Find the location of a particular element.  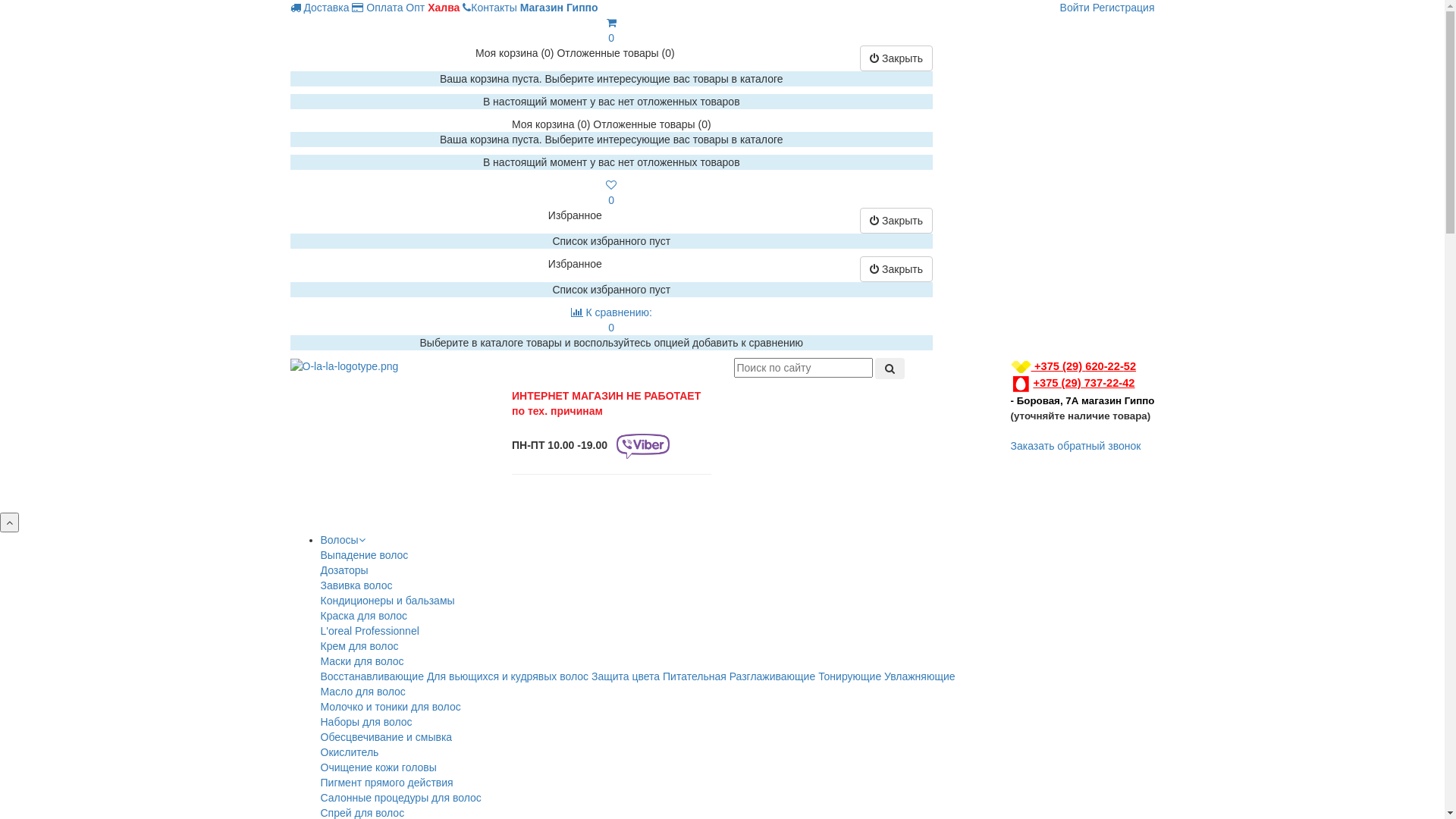

'L'oreal Professionnel' is located at coordinates (369, 631).